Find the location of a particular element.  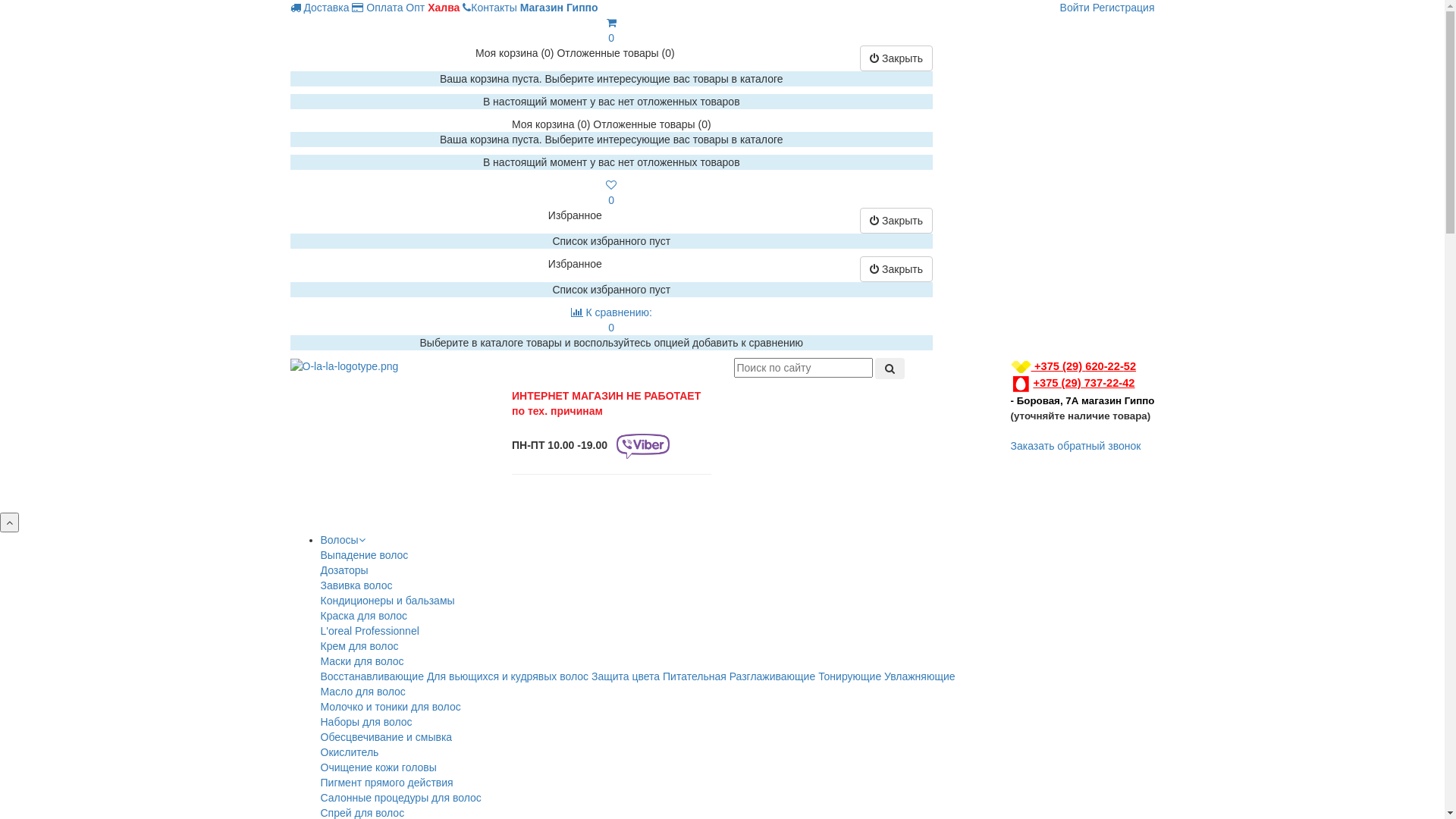

'L'oreal Professionnel' is located at coordinates (369, 631).